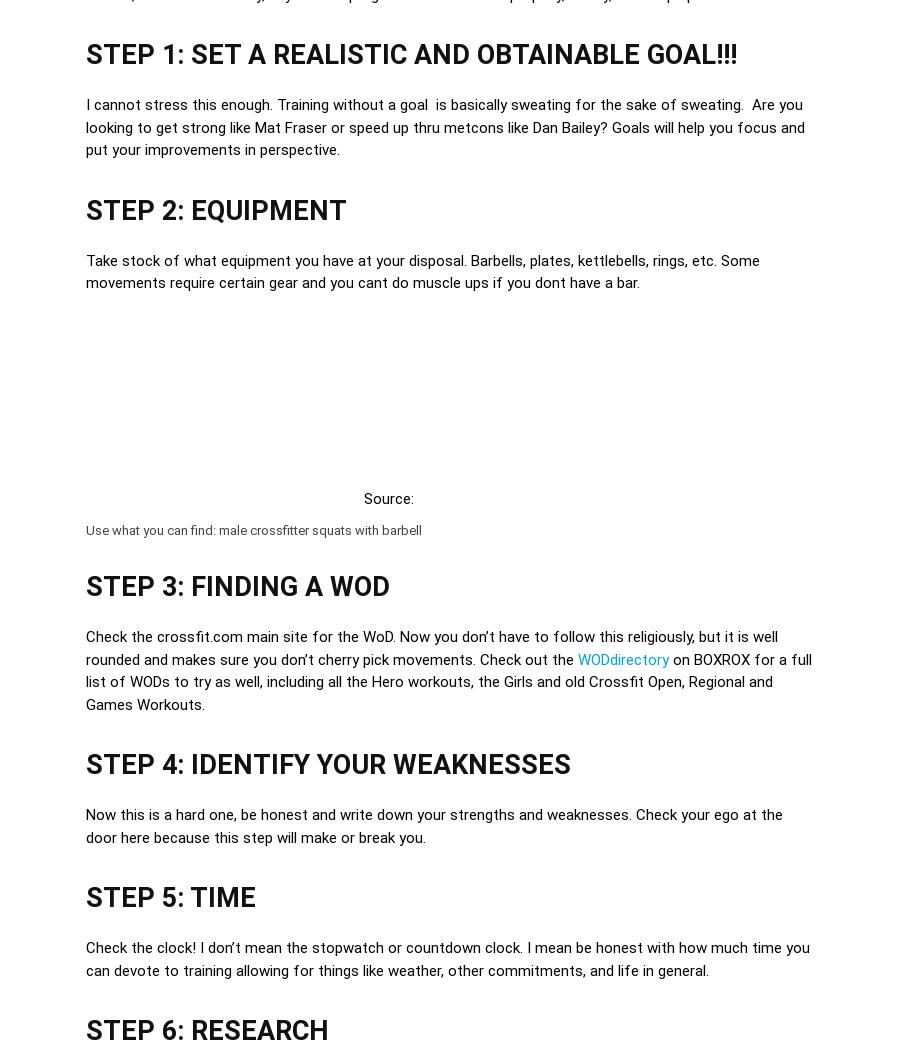  What do you see at coordinates (363, 499) in the screenshot?
I see `'Source:'` at bounding box center [363, 499].